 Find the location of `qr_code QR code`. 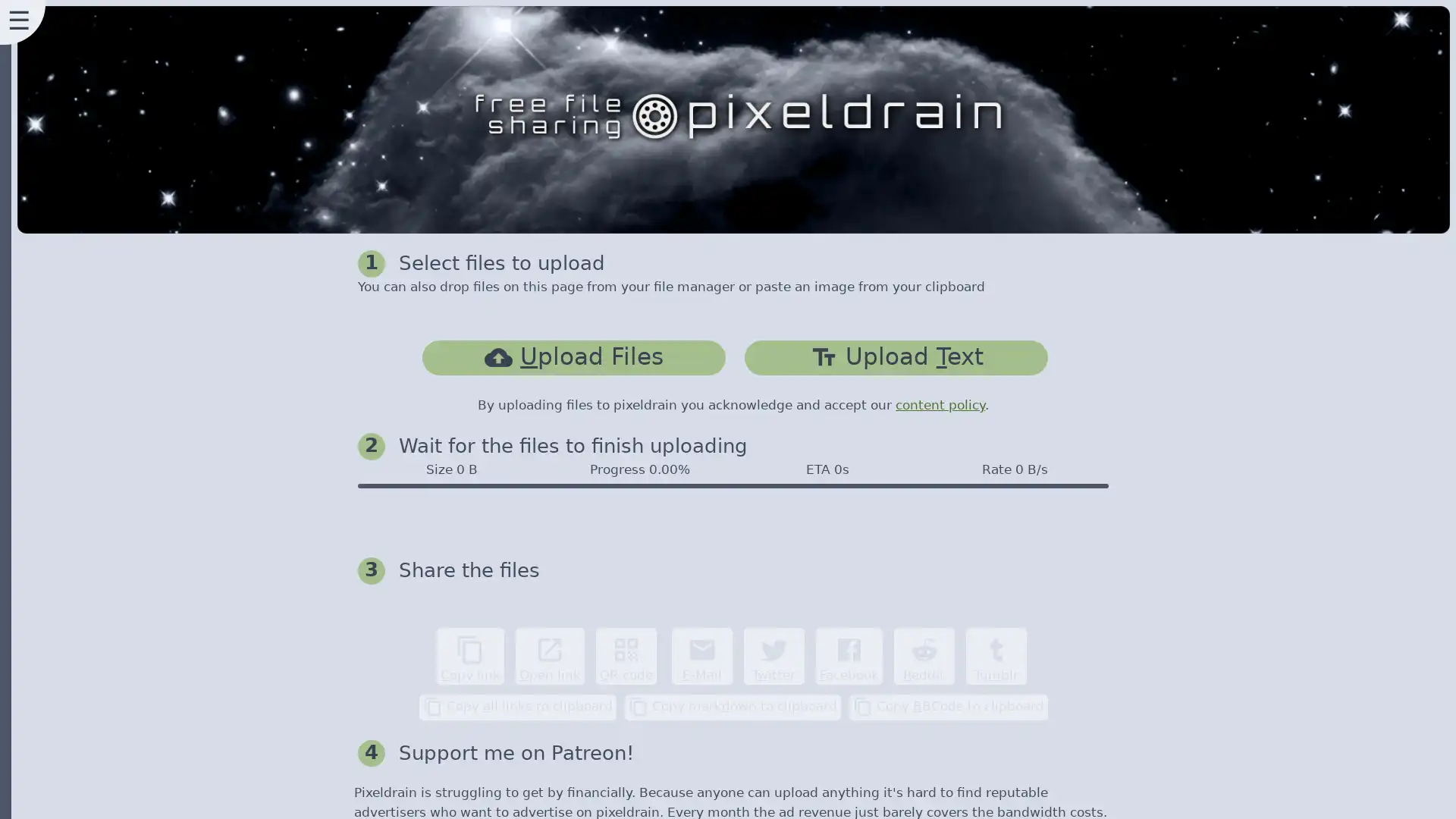

qr_code QR code is located at coordinates (730, 655).